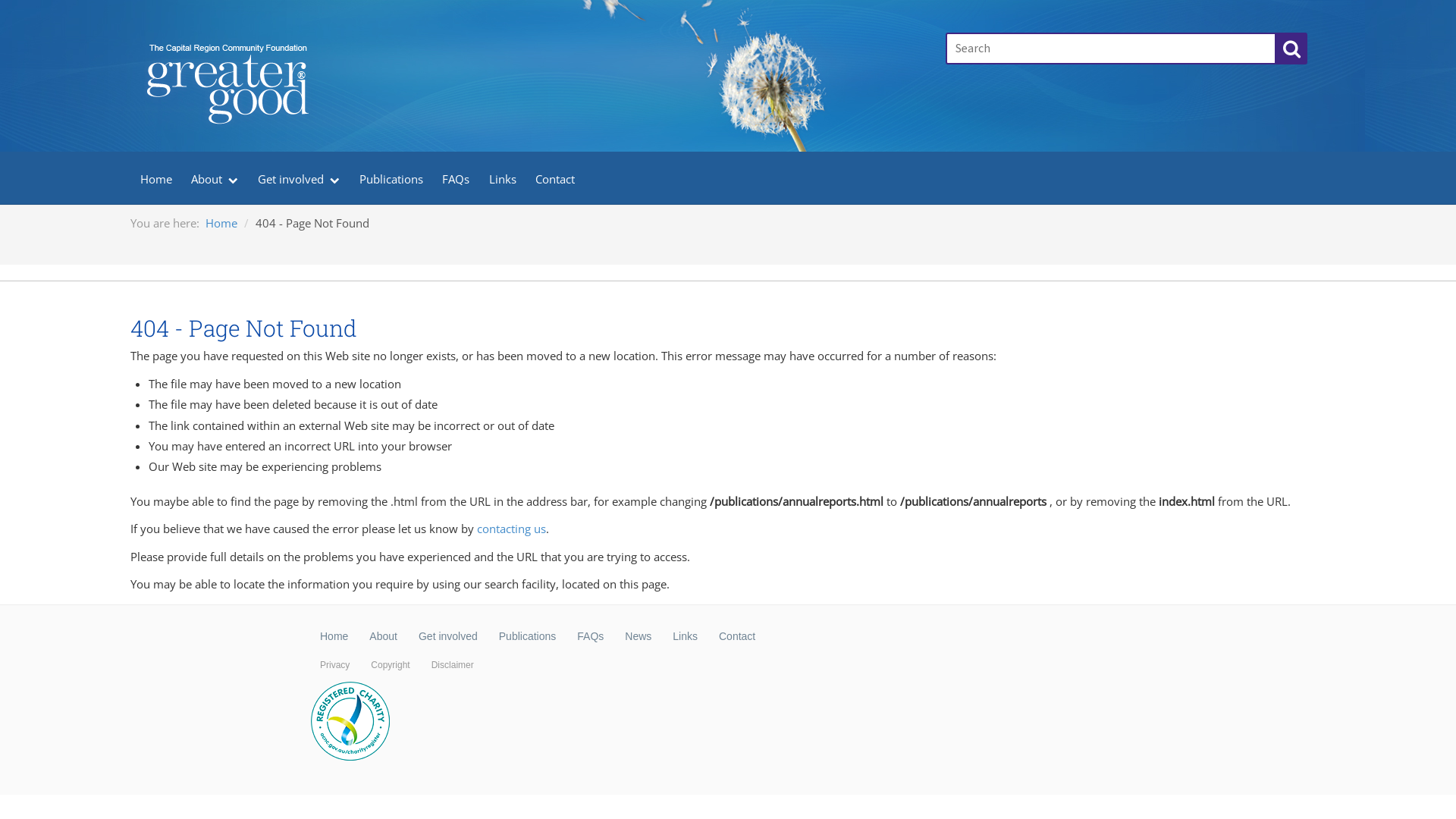 This screenshot has height=819, width=1456. What do you see at coordinates (447, 636) in the screenshot?
I see `'Get involved'` at bounding box center [447, 636].